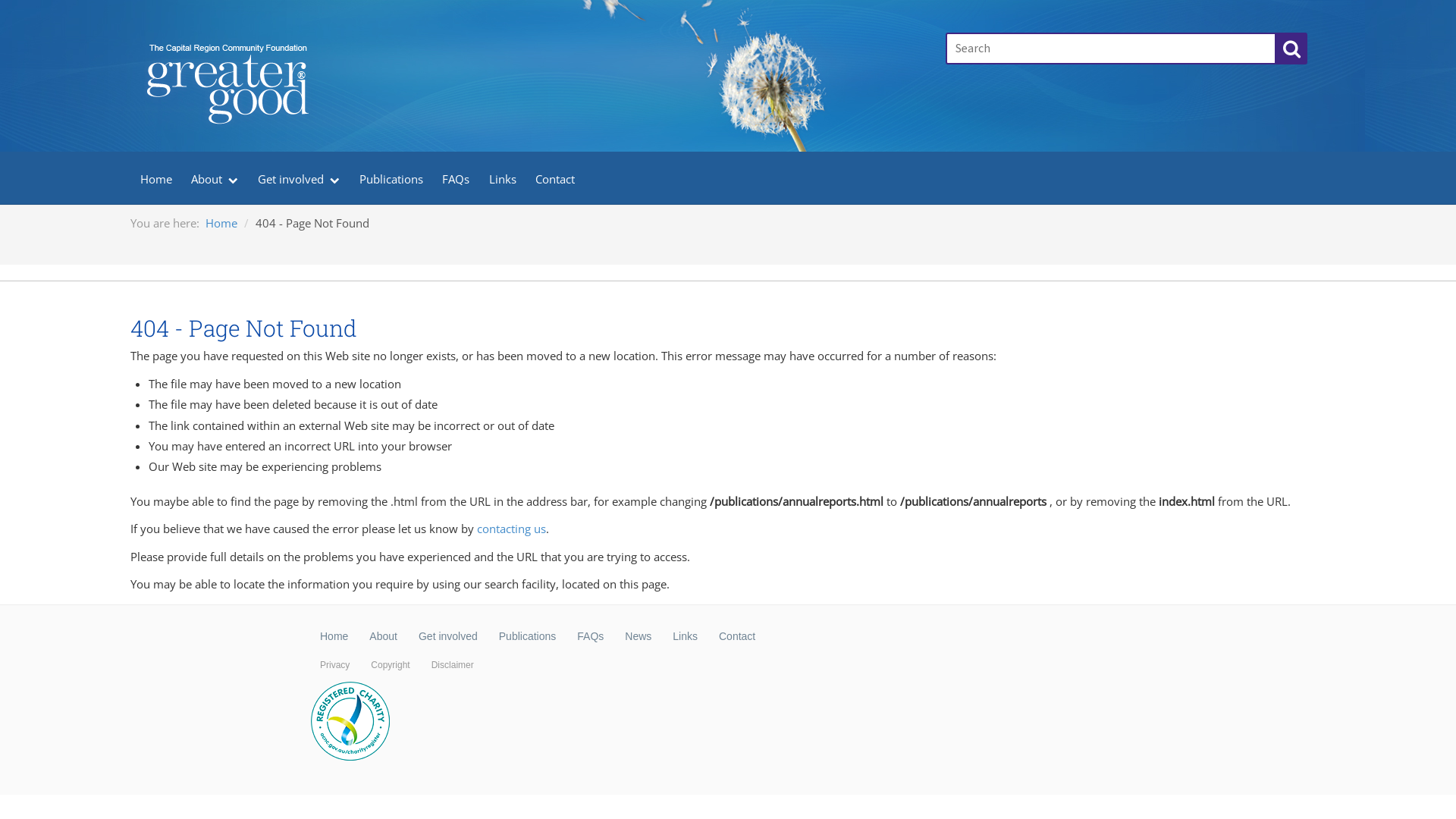 This screenshot has height=819, width=1456. What do you see at coordinates (447, 636) in the screenshot?
I see `'Get involved'` at bounding box center [447, 636].